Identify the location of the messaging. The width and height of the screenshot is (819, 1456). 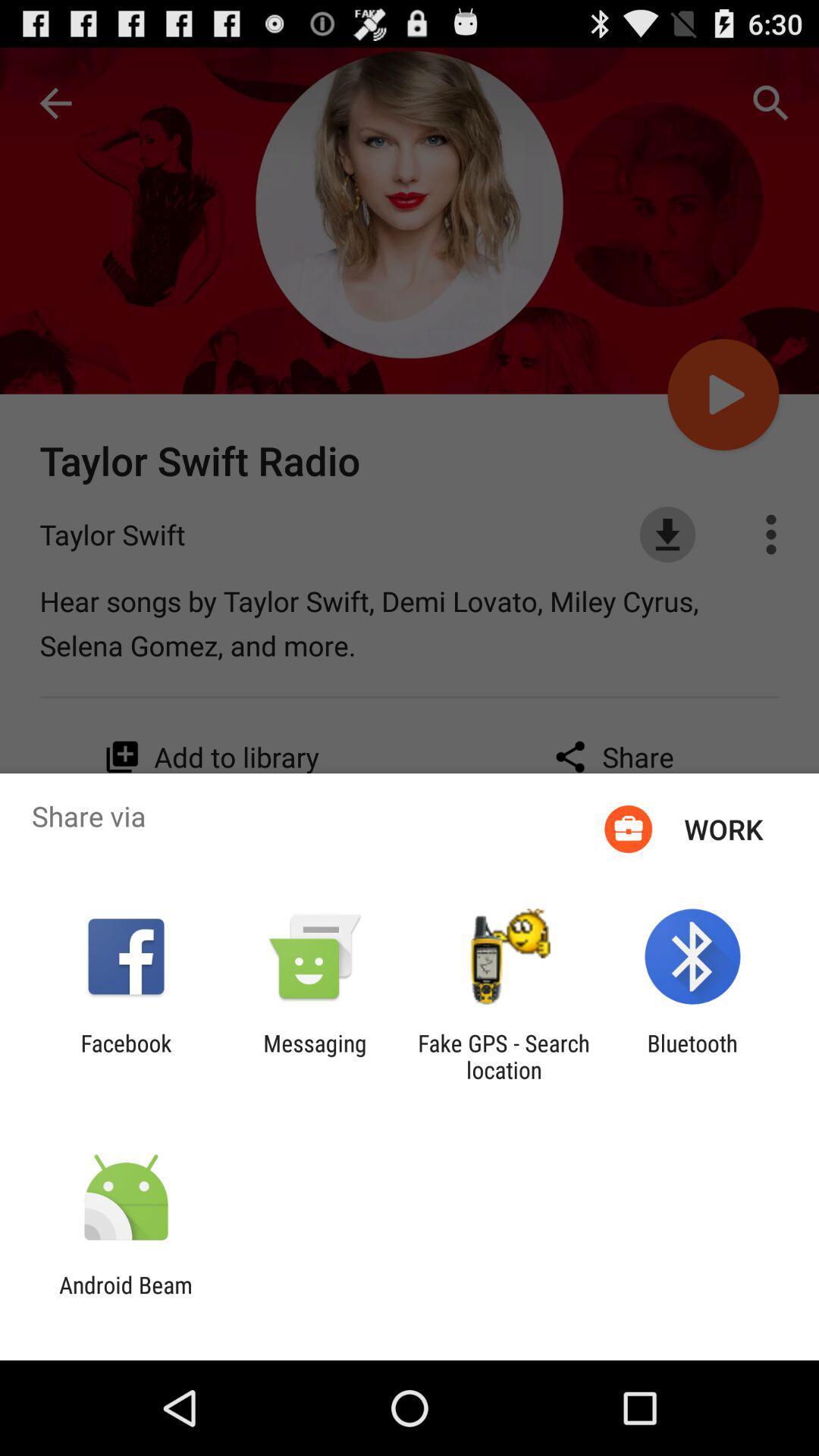
(314, 1056).